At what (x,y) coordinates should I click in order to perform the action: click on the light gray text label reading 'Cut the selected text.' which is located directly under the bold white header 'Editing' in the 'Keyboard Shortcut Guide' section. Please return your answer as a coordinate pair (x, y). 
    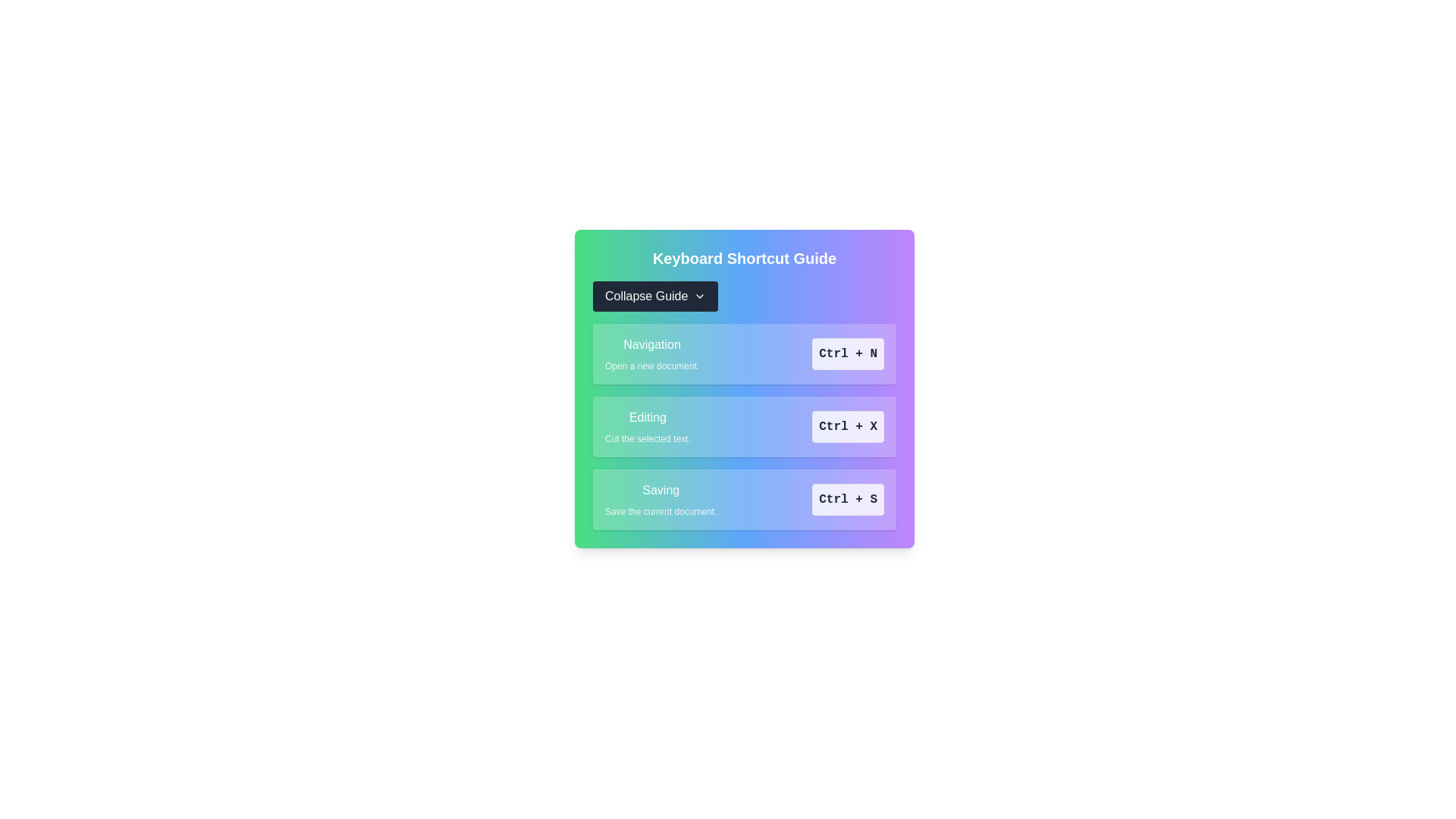
    Looking at the image, I should click on (648, 438).